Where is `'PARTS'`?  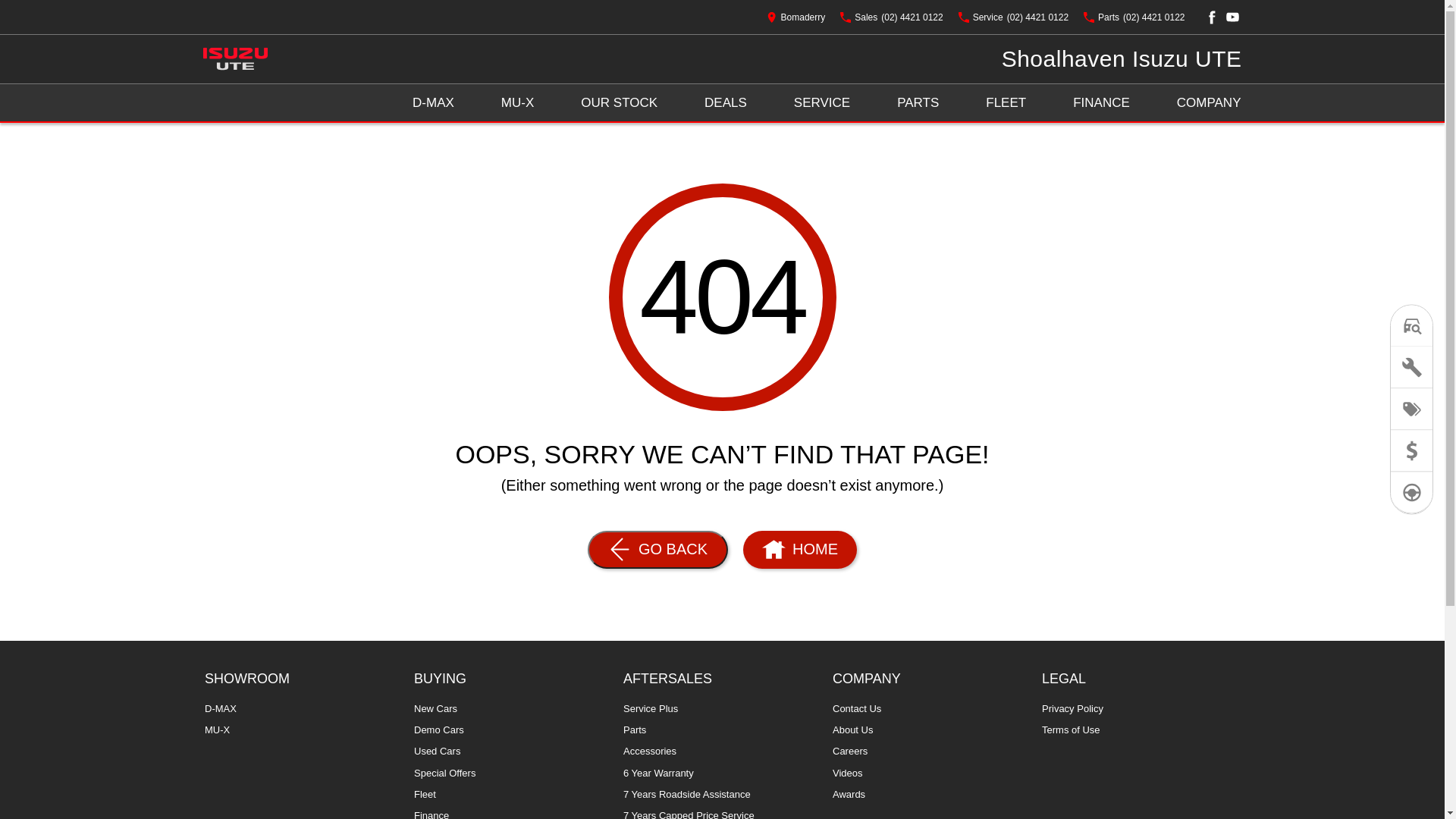 'PARTS' is located at coordinates (917, 102).